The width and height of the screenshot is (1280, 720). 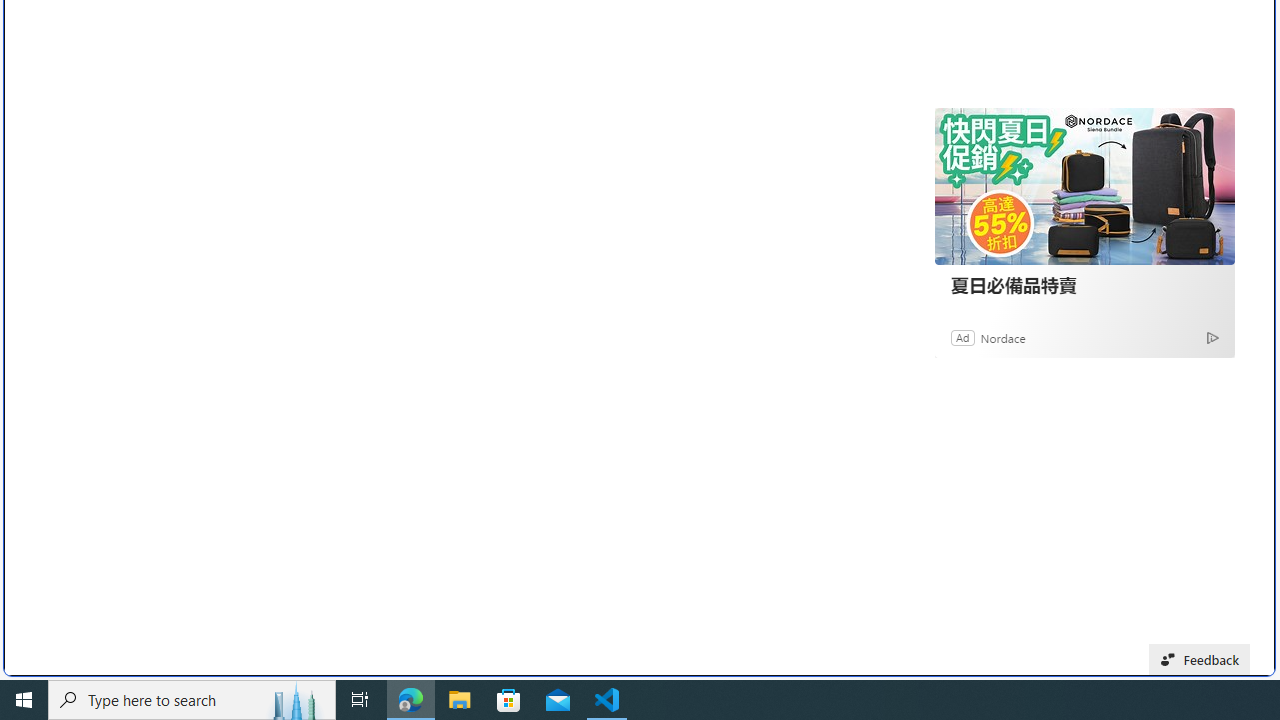 What do you see at coordinates (963, 336) in the screenshot?
I see `'Ad'` at bounding box center [963, 336].